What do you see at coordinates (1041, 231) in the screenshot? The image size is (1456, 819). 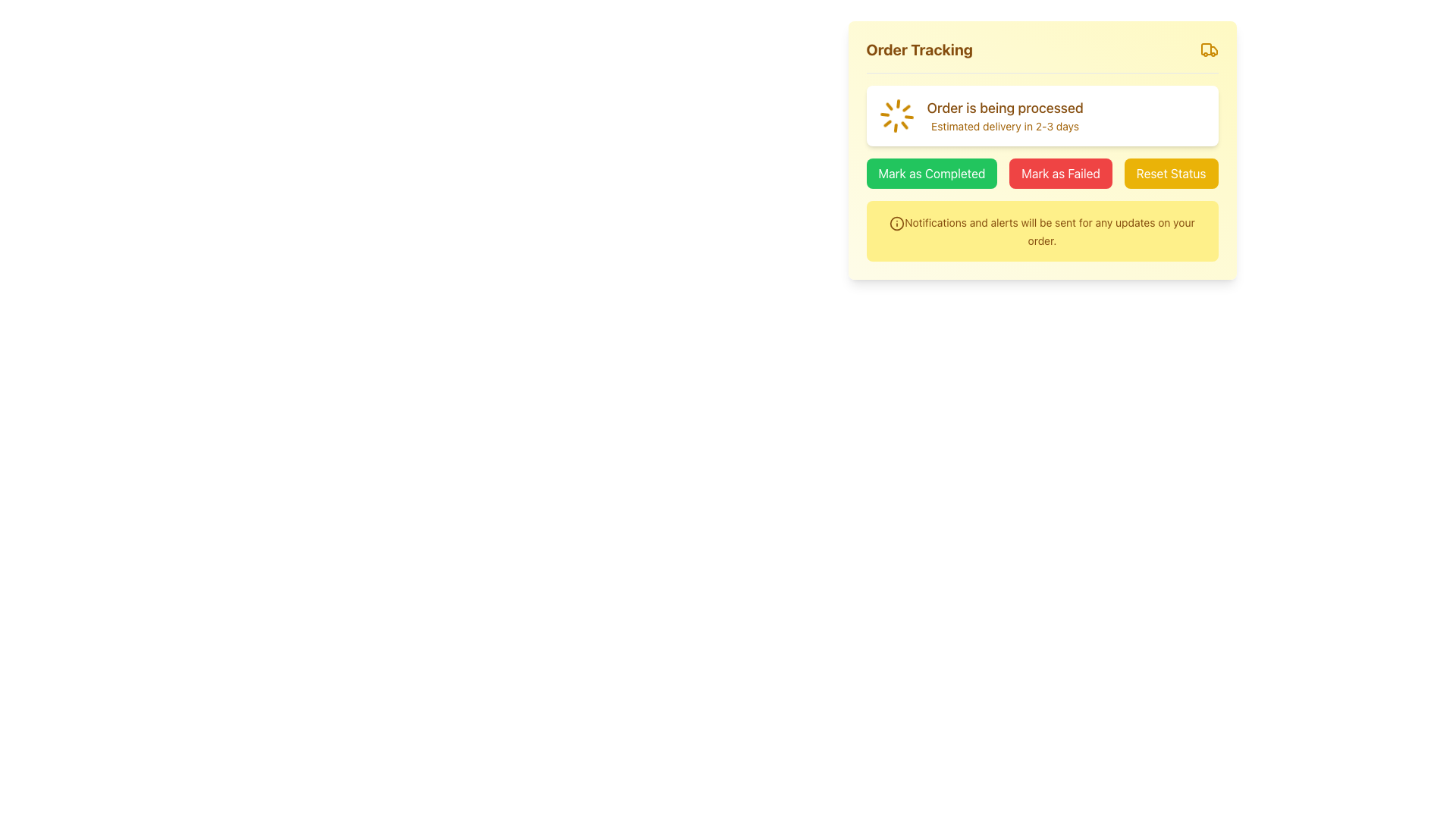 I see `the Information Box, which is a notification box with a yellow background and text stating 'Notifications and alerts will be sent for any updates on your order.'` at bounding box center [1041, 231].